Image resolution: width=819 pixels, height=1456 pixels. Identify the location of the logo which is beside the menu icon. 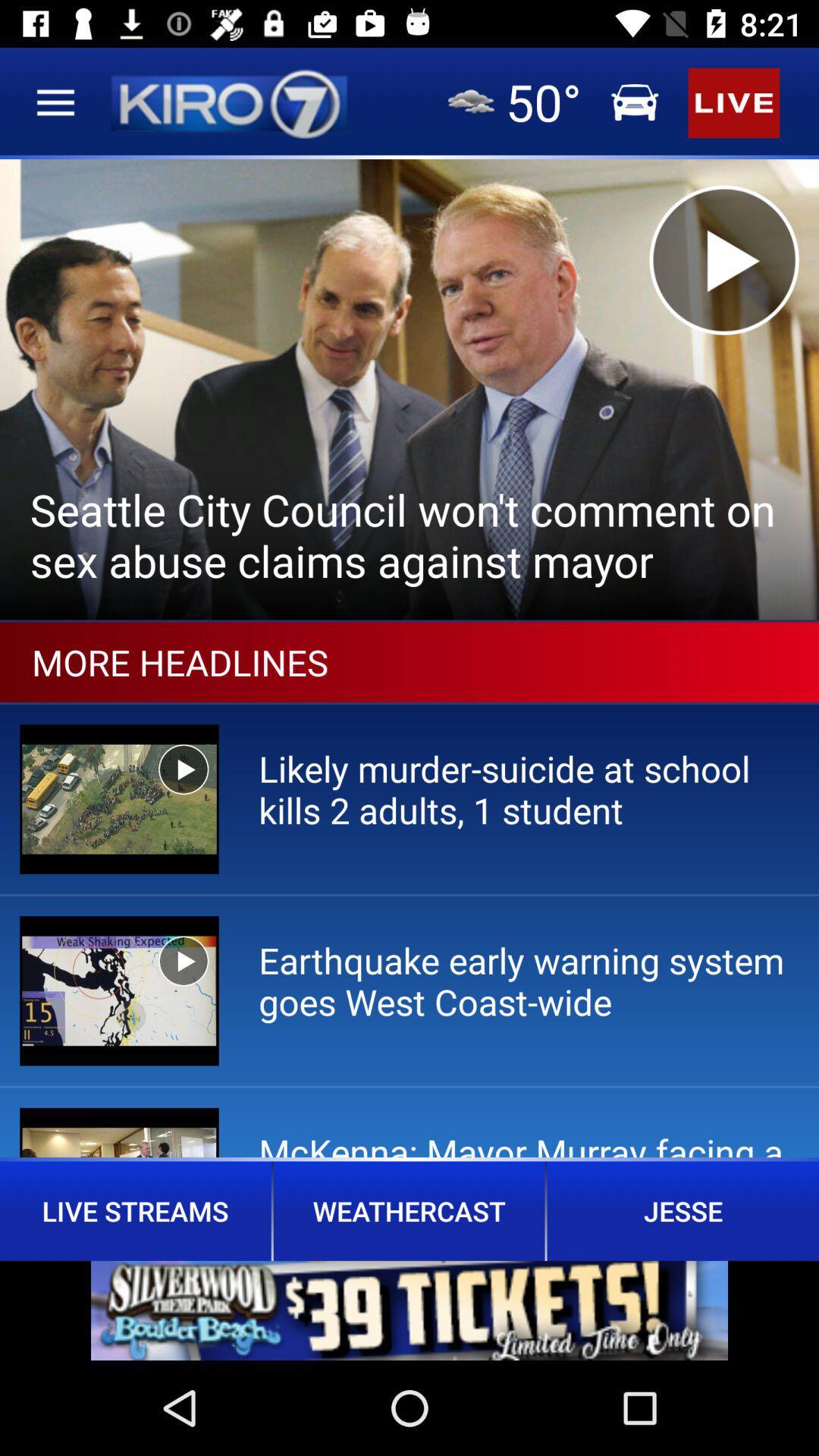
(229, 102).